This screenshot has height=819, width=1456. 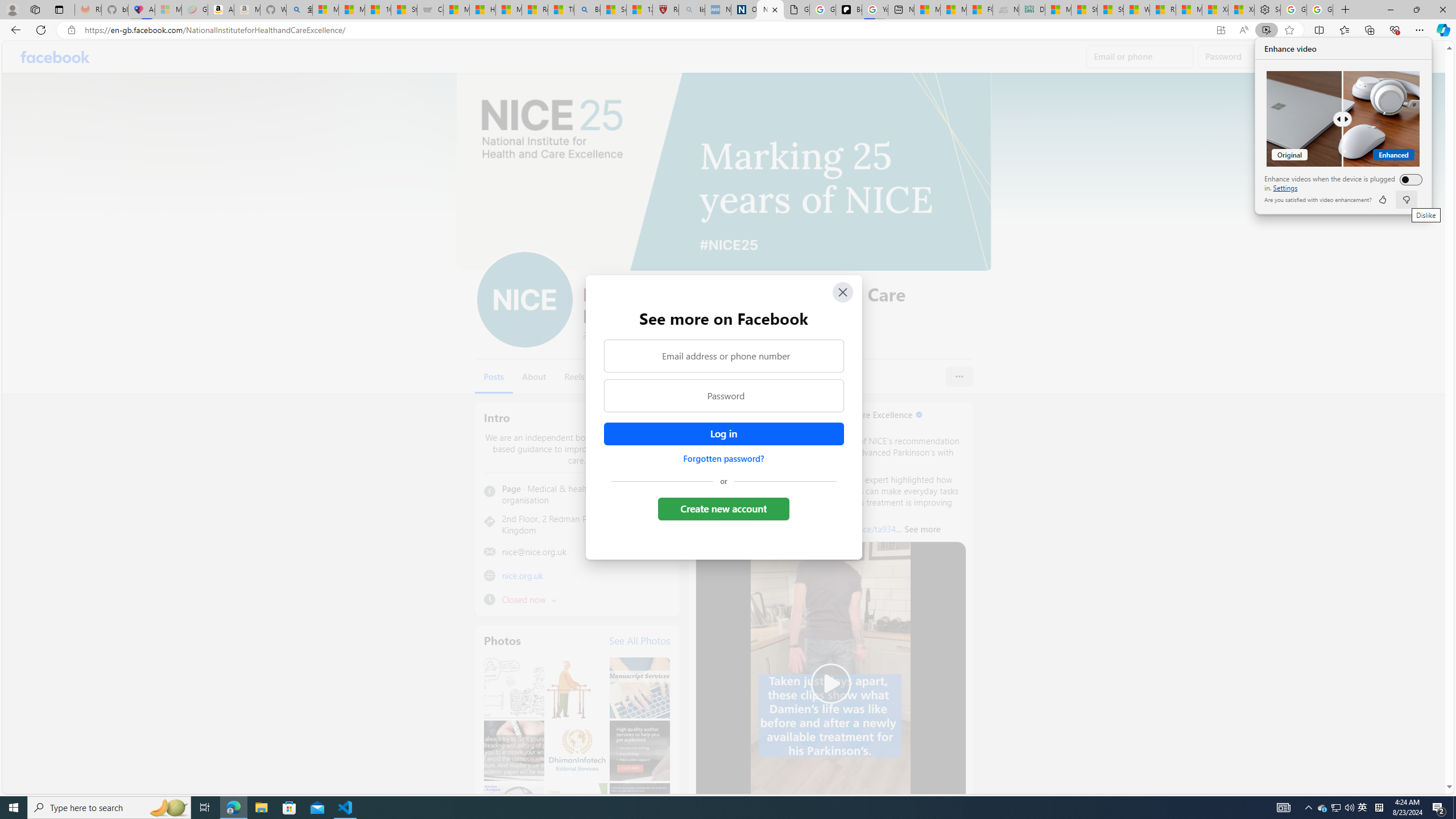 I want to click on 'Comparision', so click(x=1342, y=118).